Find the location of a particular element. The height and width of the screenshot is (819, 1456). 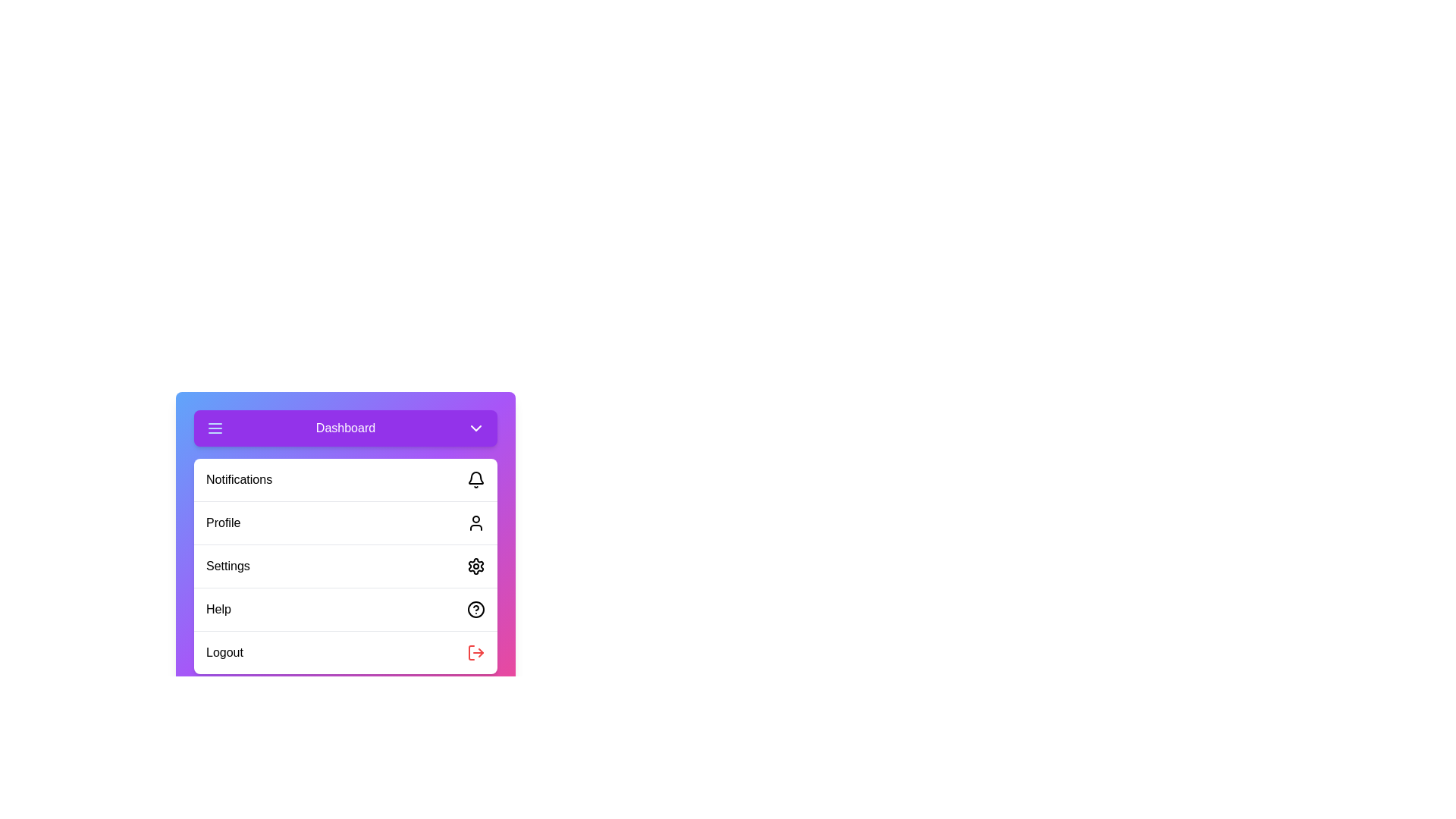

the menu item Notifications from the menu is located at coordinates (345, 479).